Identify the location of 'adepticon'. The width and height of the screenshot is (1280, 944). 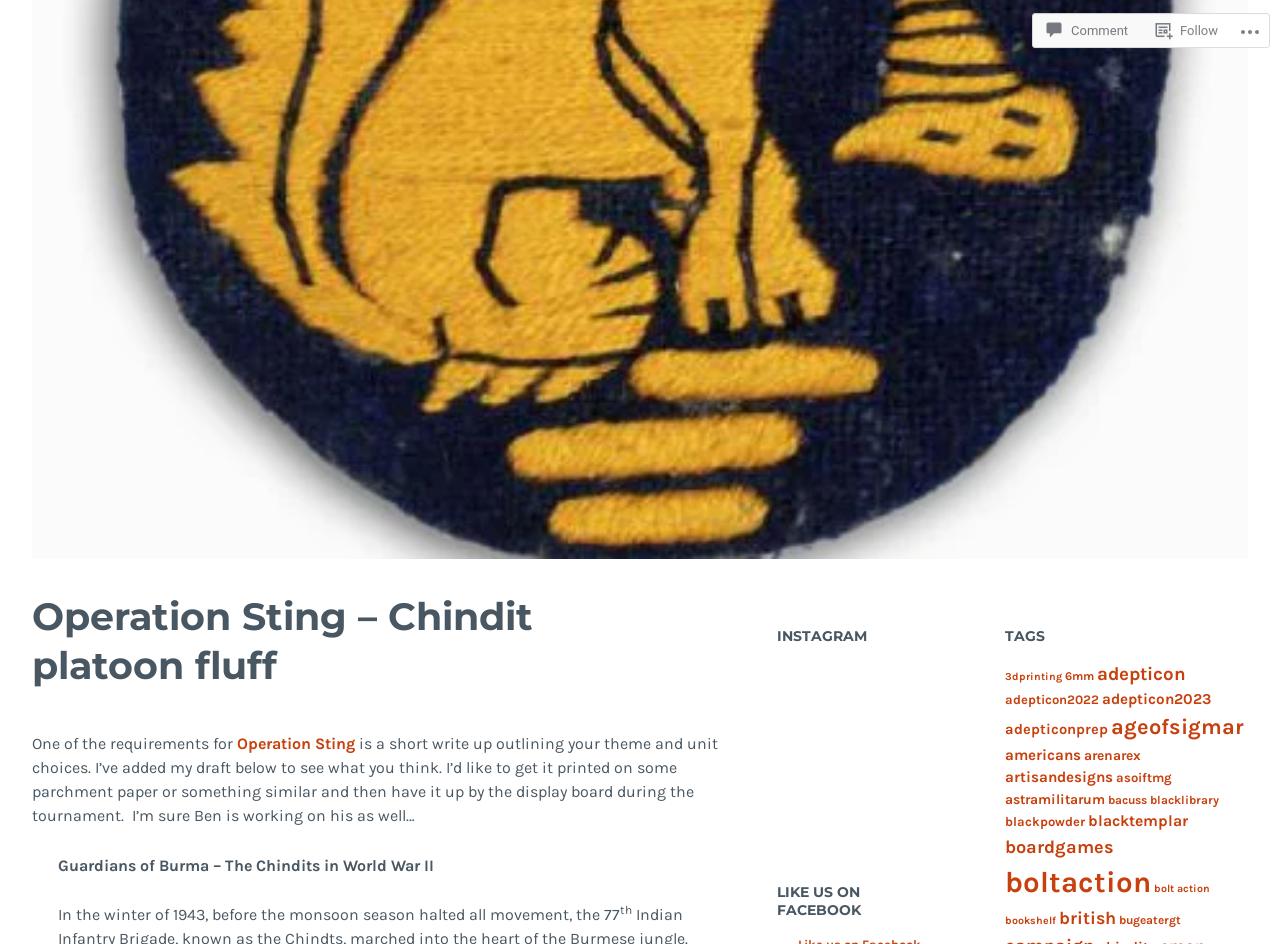
(1140, 673).